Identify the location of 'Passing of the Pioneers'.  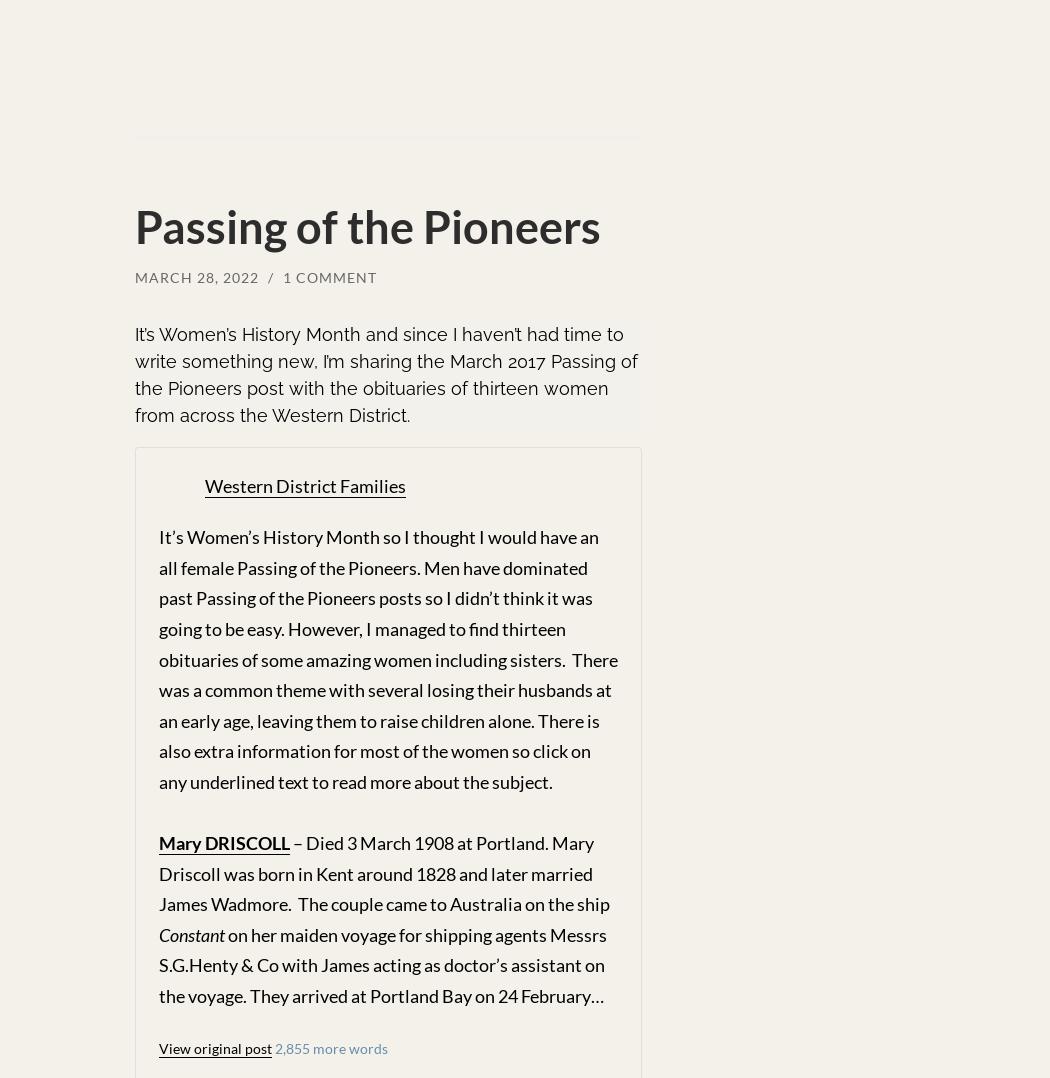
(367, 227).